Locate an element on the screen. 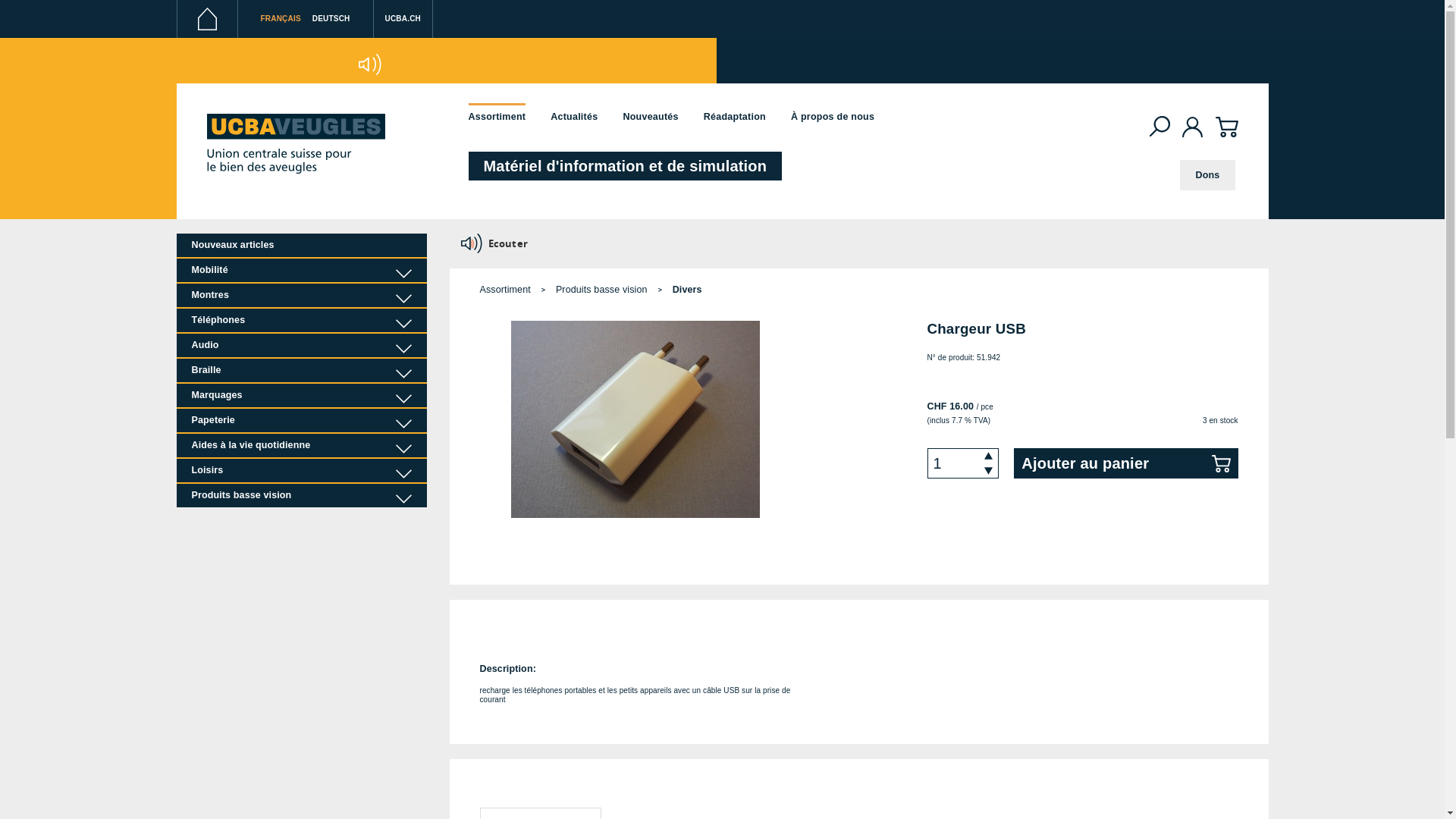  'Panier / Caisse' is located at coordinates (1226, 135).